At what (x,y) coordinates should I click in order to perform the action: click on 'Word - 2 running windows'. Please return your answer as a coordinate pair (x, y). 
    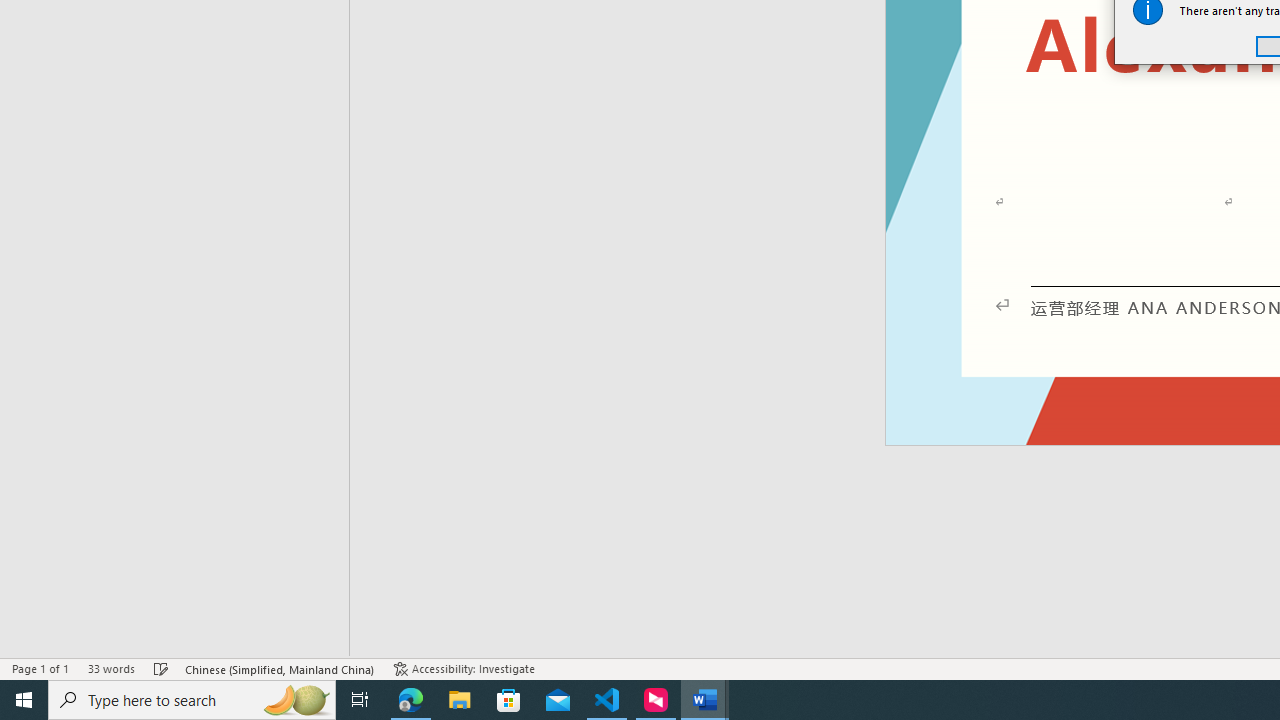
    Looking at the image, I should click on (705, 698).